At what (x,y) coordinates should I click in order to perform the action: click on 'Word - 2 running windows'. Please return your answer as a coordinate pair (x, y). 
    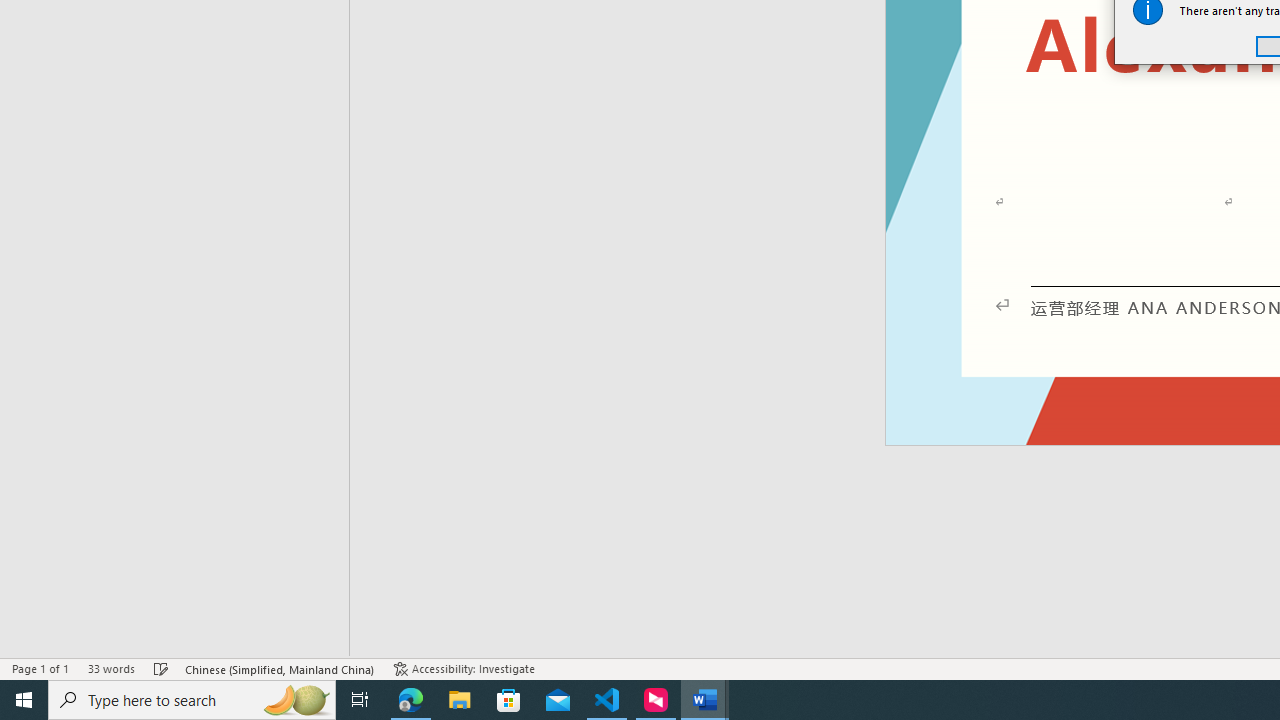
    Looking at the image, I should click on (705, 698).